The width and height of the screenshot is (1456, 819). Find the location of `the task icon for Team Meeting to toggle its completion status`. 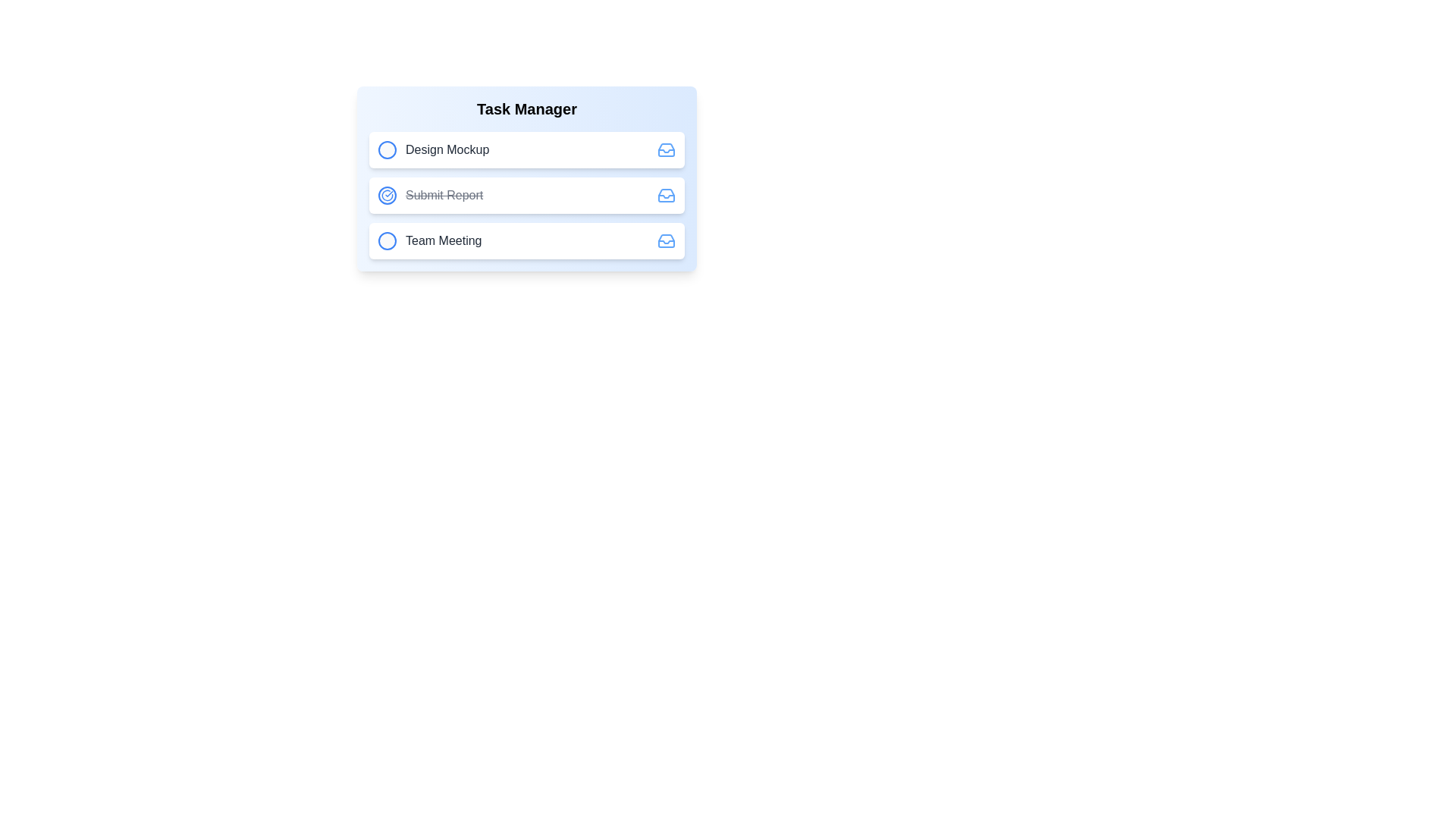

the task icon for Team Meeting to toggle its completion status is located at coordinates (387, 240).